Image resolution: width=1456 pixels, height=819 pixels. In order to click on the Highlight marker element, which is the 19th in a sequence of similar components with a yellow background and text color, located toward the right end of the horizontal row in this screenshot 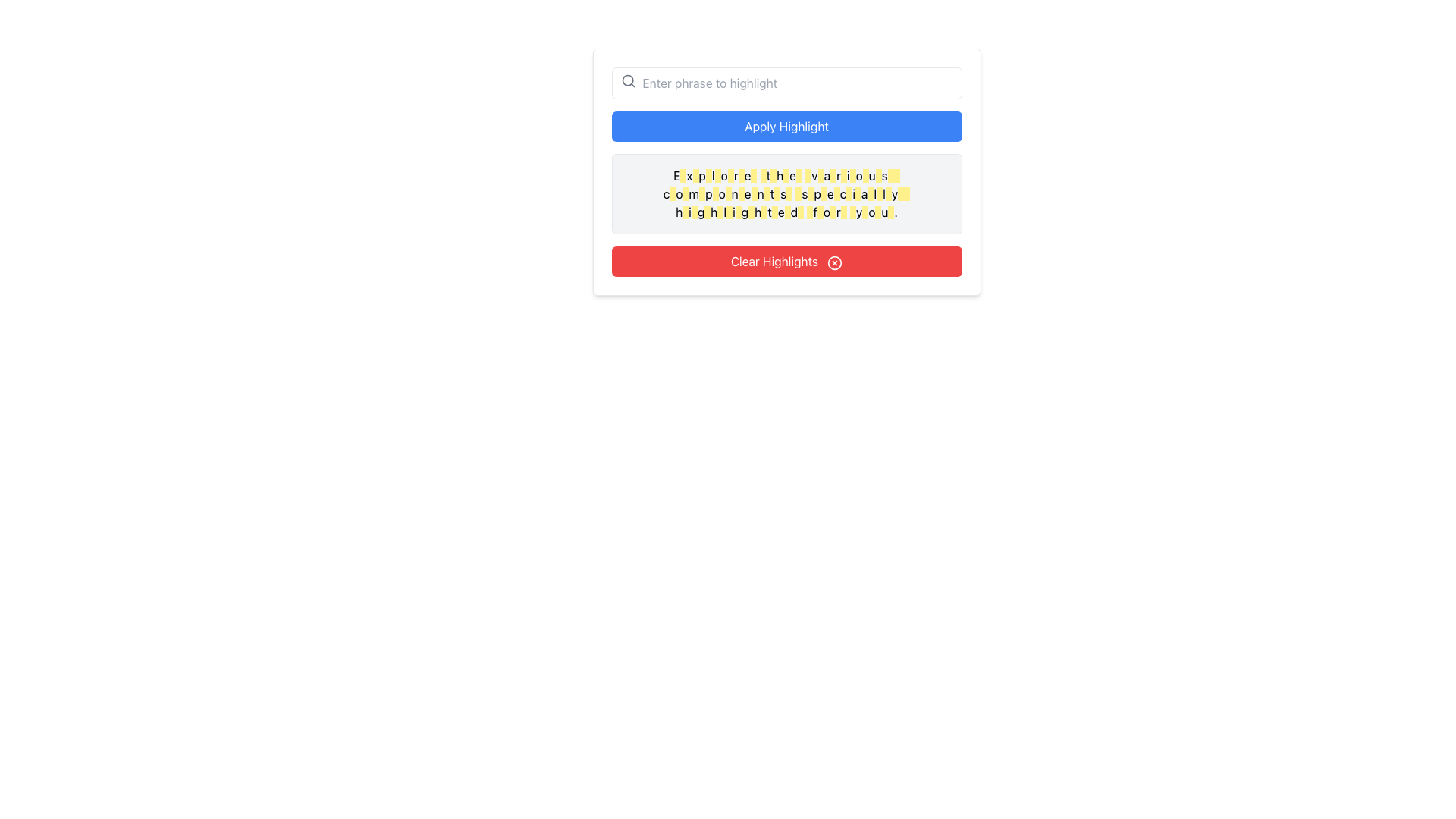, I will do `click(890, 174)`.